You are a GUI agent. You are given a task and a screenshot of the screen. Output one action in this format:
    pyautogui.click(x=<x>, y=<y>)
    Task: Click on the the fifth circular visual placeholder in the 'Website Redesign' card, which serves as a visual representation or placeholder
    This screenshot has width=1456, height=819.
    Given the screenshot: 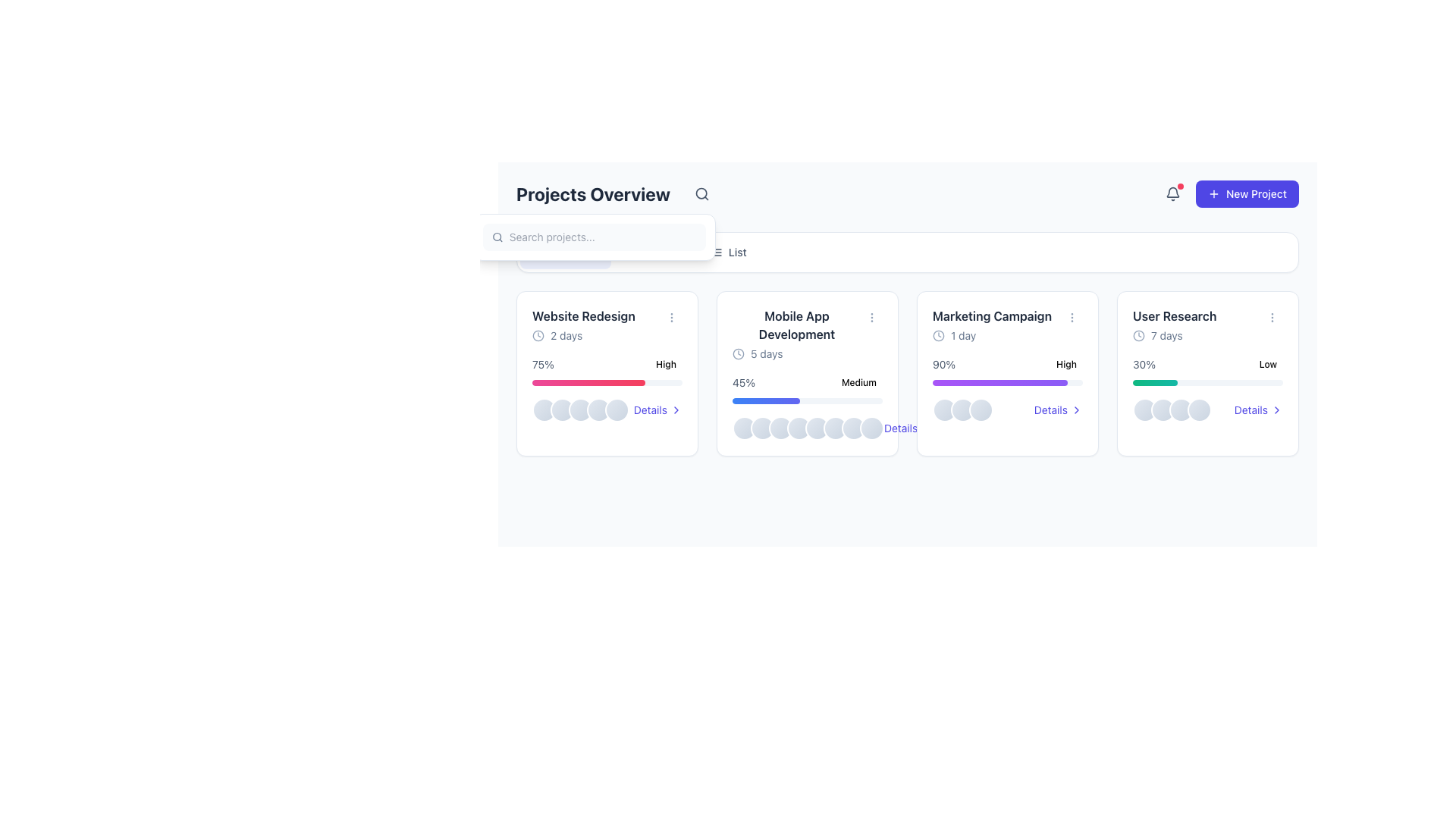 What is the action you would take?
    pyautogui.click(x=617, y=409)
    